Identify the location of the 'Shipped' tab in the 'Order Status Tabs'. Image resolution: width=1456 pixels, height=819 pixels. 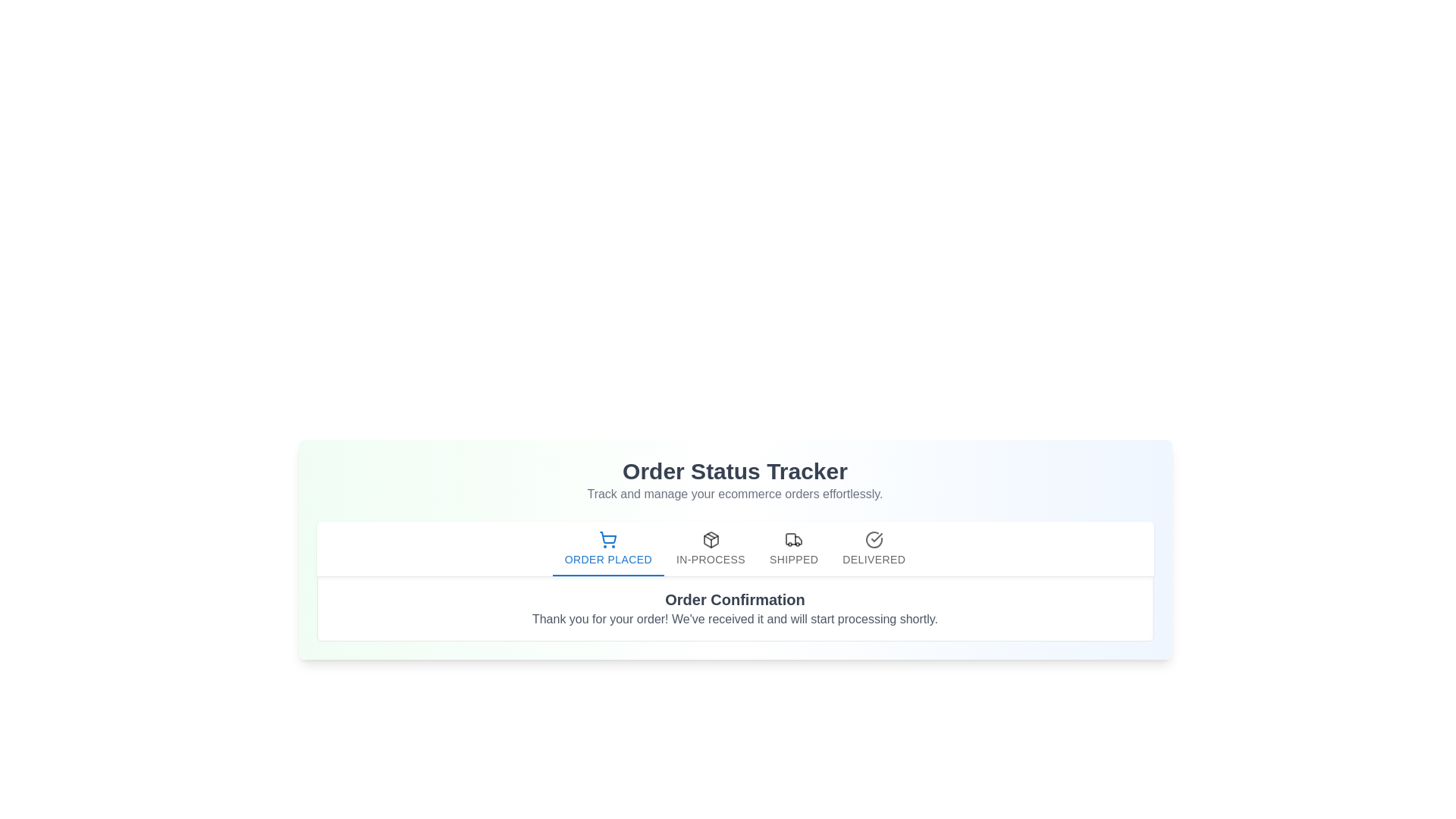
(793, 549).